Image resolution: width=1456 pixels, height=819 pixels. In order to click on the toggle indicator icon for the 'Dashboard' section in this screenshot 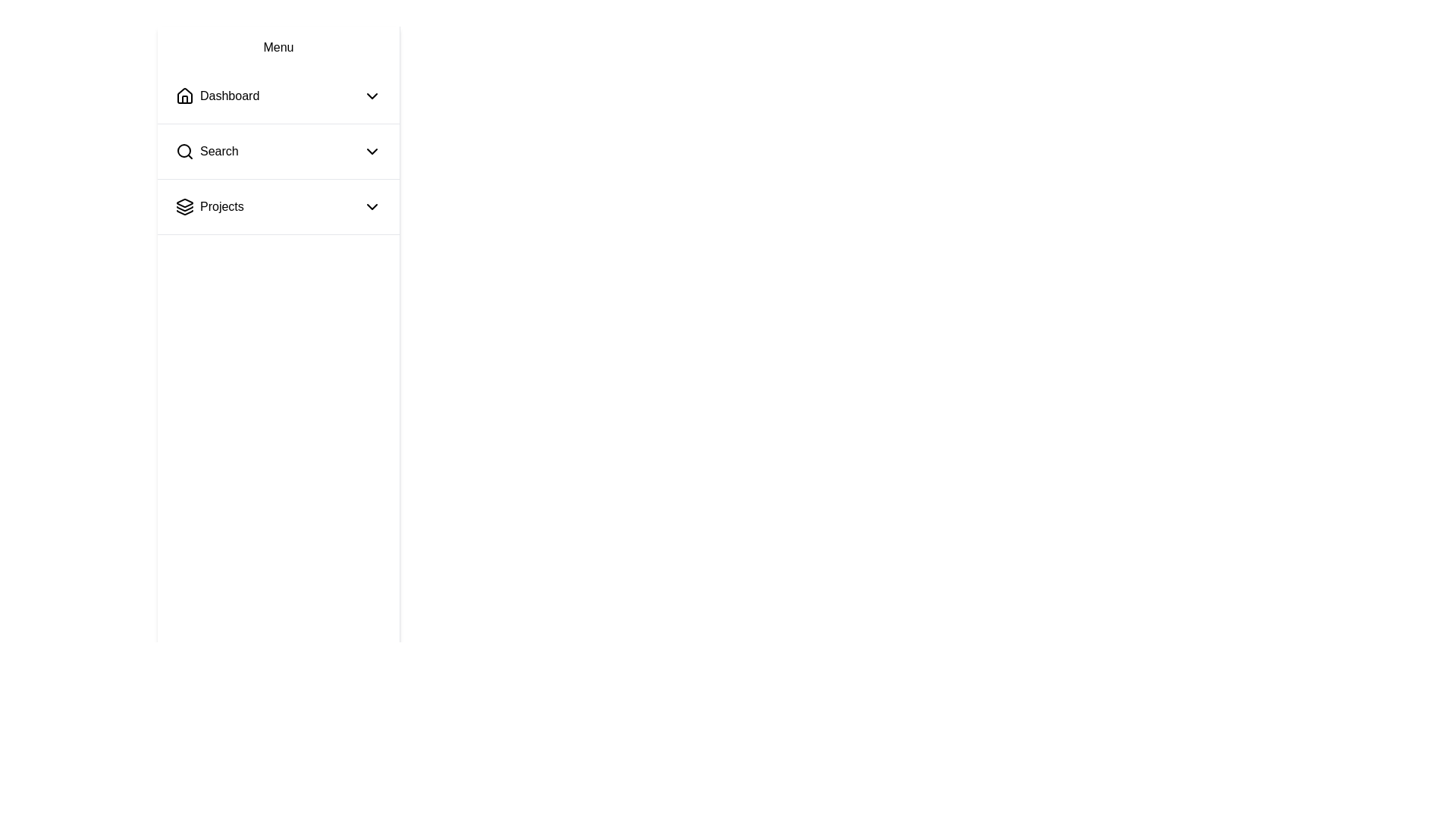, I will do `click(372, 96)`.